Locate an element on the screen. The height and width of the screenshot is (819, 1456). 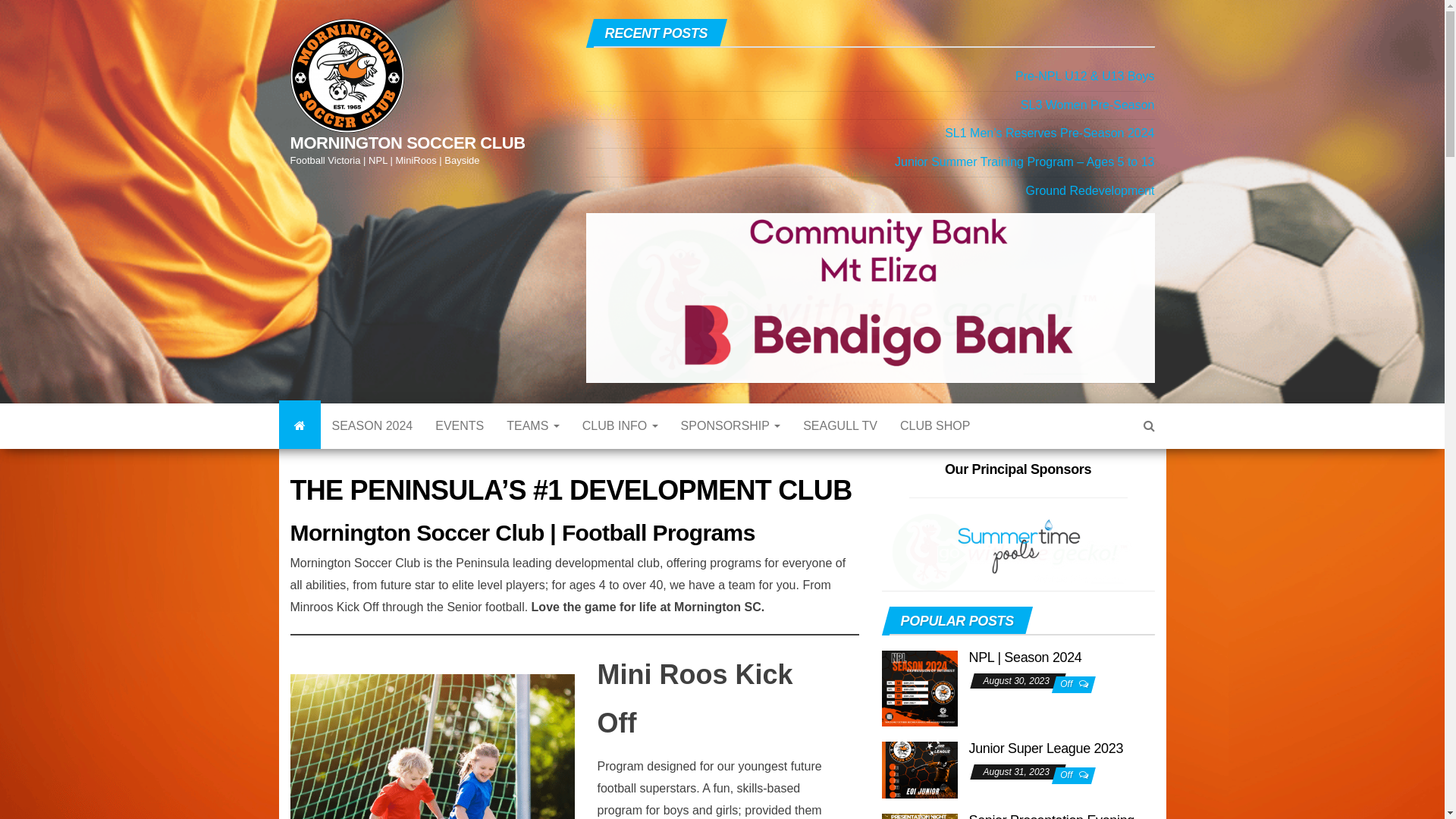
'NPL | Season 2024' is located at coordinates (1025, 685).